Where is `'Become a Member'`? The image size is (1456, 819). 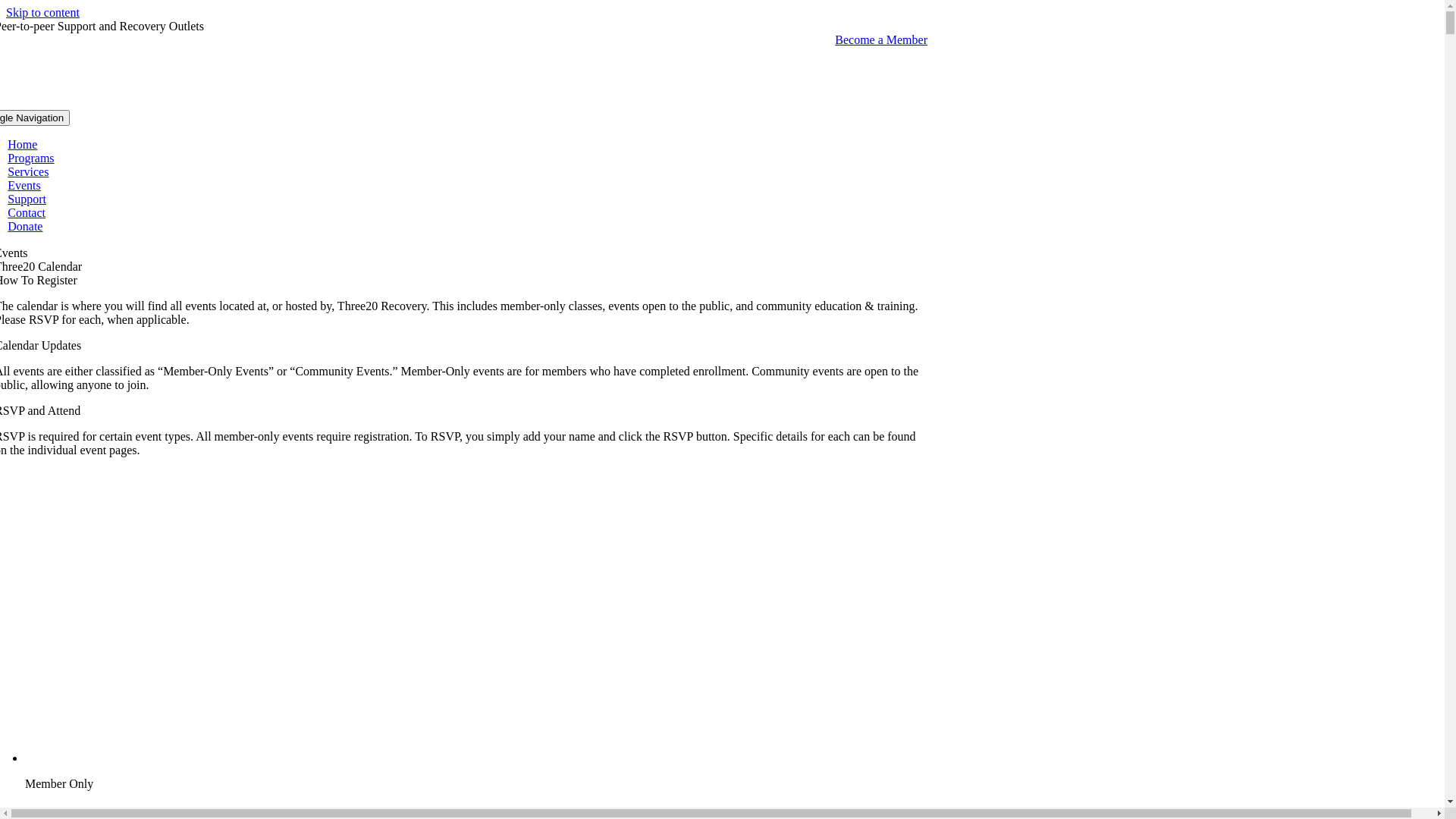
'Become a Member' is located at coordinates (880, 39).